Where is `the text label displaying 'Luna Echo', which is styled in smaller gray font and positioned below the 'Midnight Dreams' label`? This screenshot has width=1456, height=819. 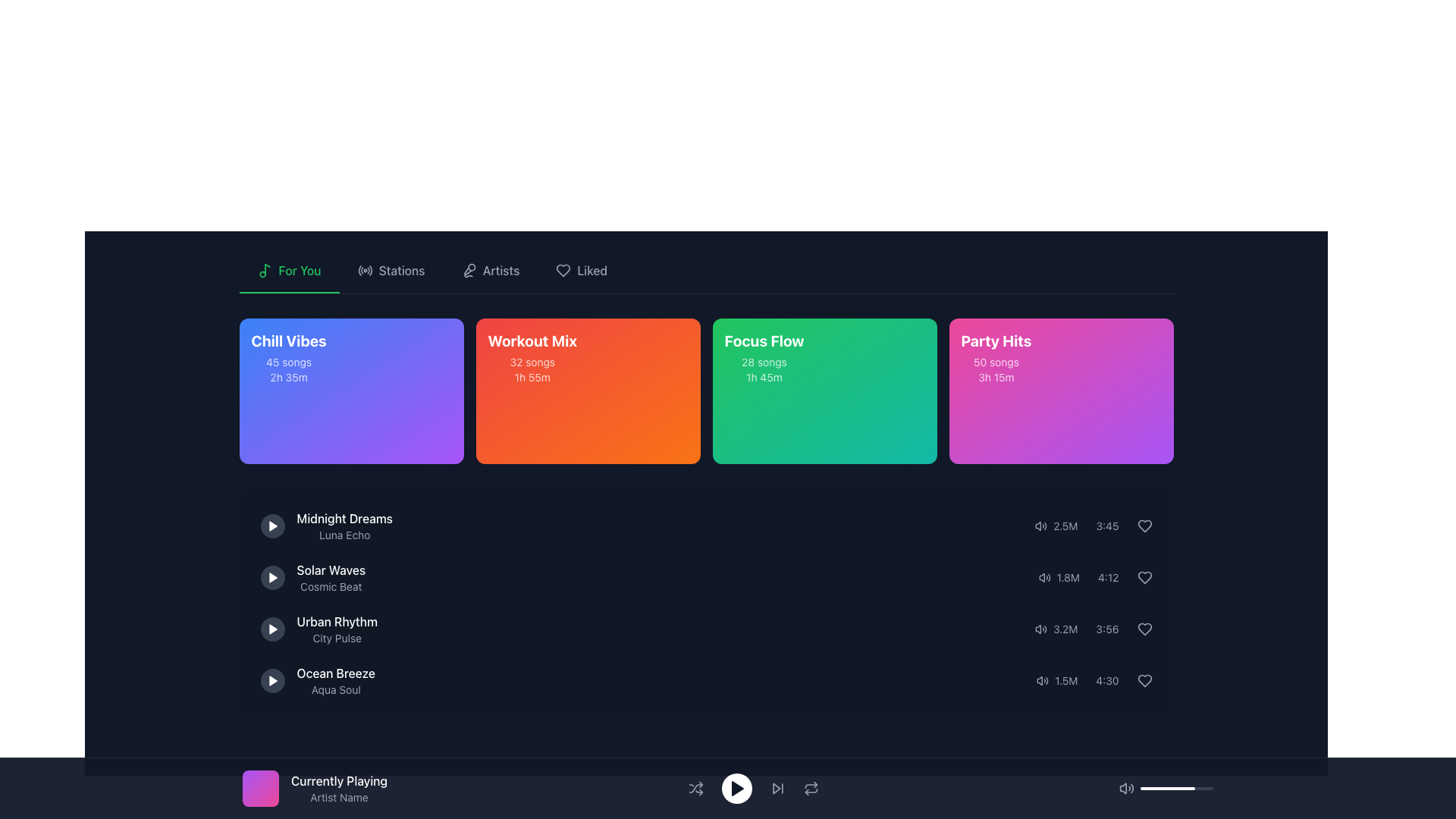 the text label displaying 'Luna Echo', which is styled in smaller gray font and positioned below the 'Midnight Dreams' label is located at coordinates (344, 534).